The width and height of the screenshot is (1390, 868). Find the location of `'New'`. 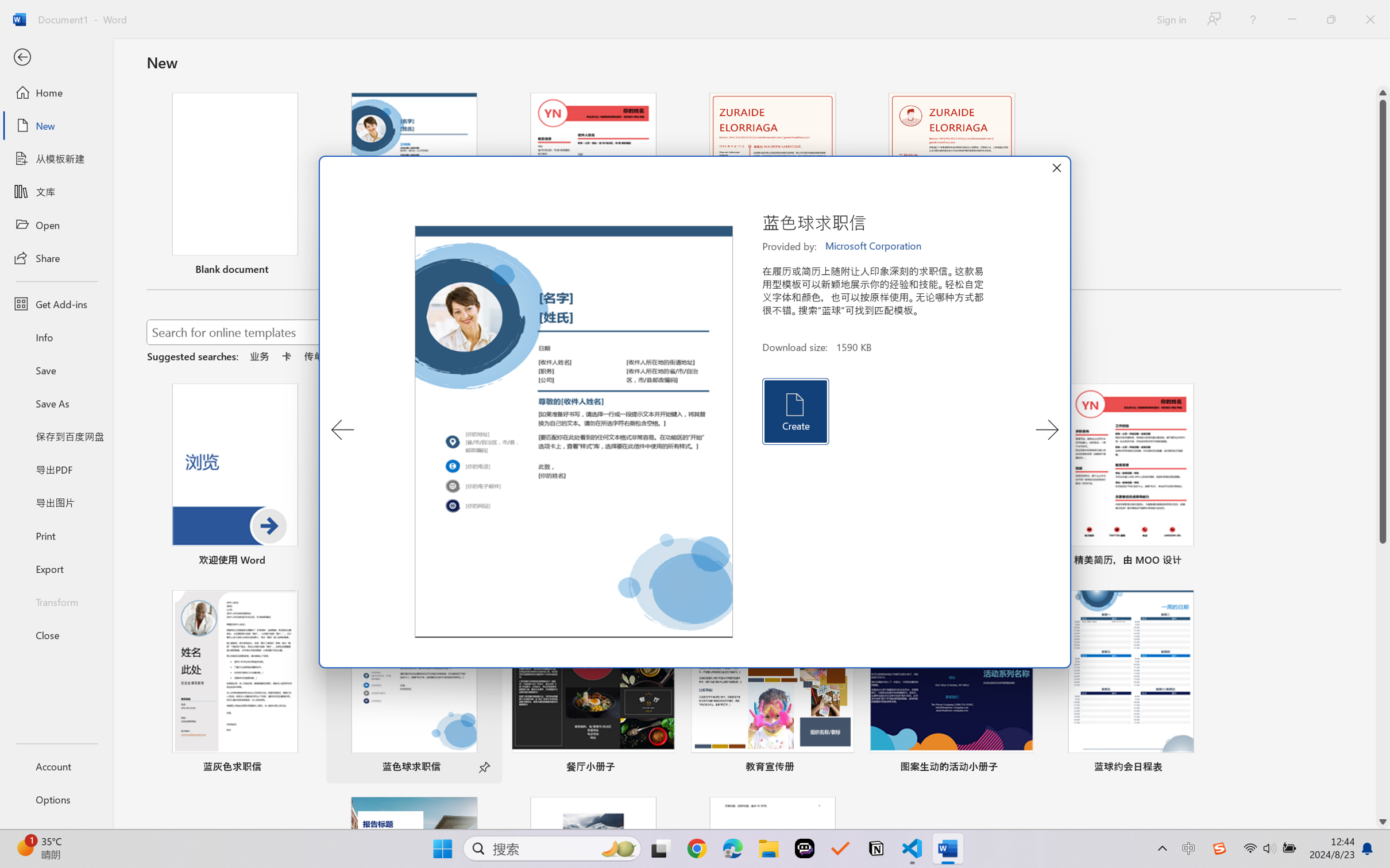

'New' is located at coordinates (56, 125).